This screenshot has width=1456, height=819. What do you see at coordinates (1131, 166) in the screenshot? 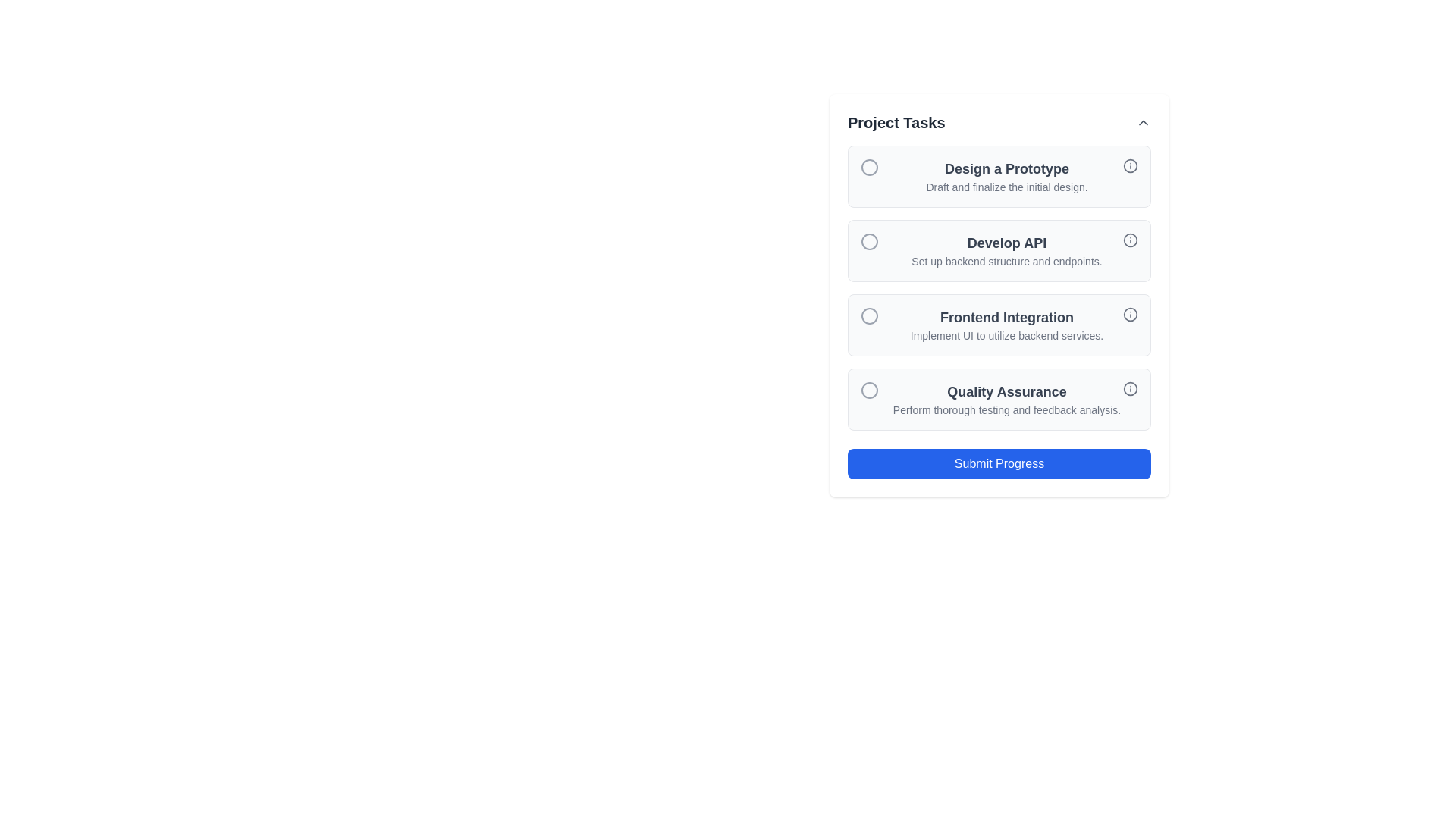
I see `the circular grey icon with an 'i' located to the right of the 'Design a Prototype' text` at bounding box center [1131, 166].